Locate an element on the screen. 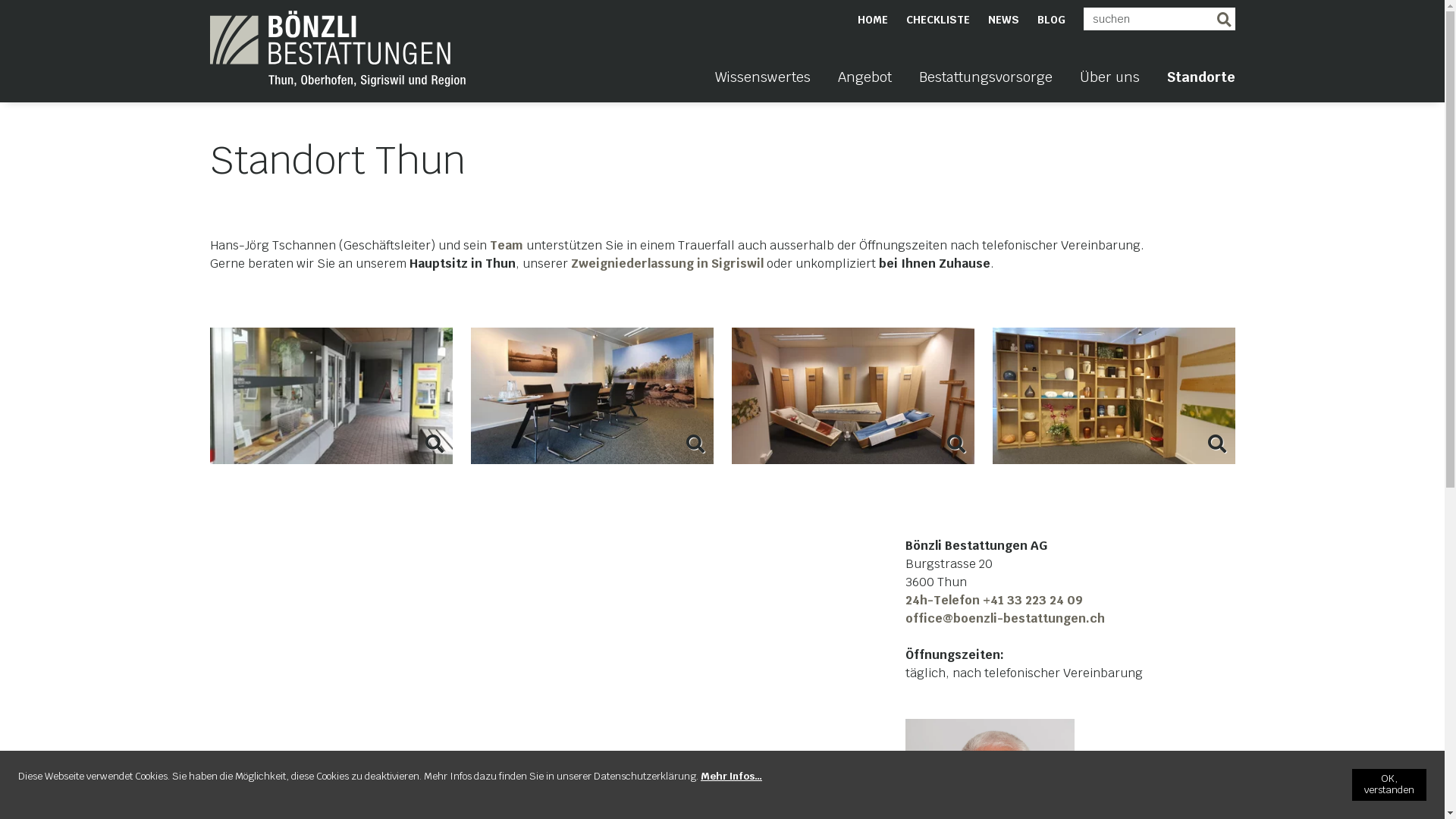  '+41 33 223 24 09' is located at coordinates (1032, 599).